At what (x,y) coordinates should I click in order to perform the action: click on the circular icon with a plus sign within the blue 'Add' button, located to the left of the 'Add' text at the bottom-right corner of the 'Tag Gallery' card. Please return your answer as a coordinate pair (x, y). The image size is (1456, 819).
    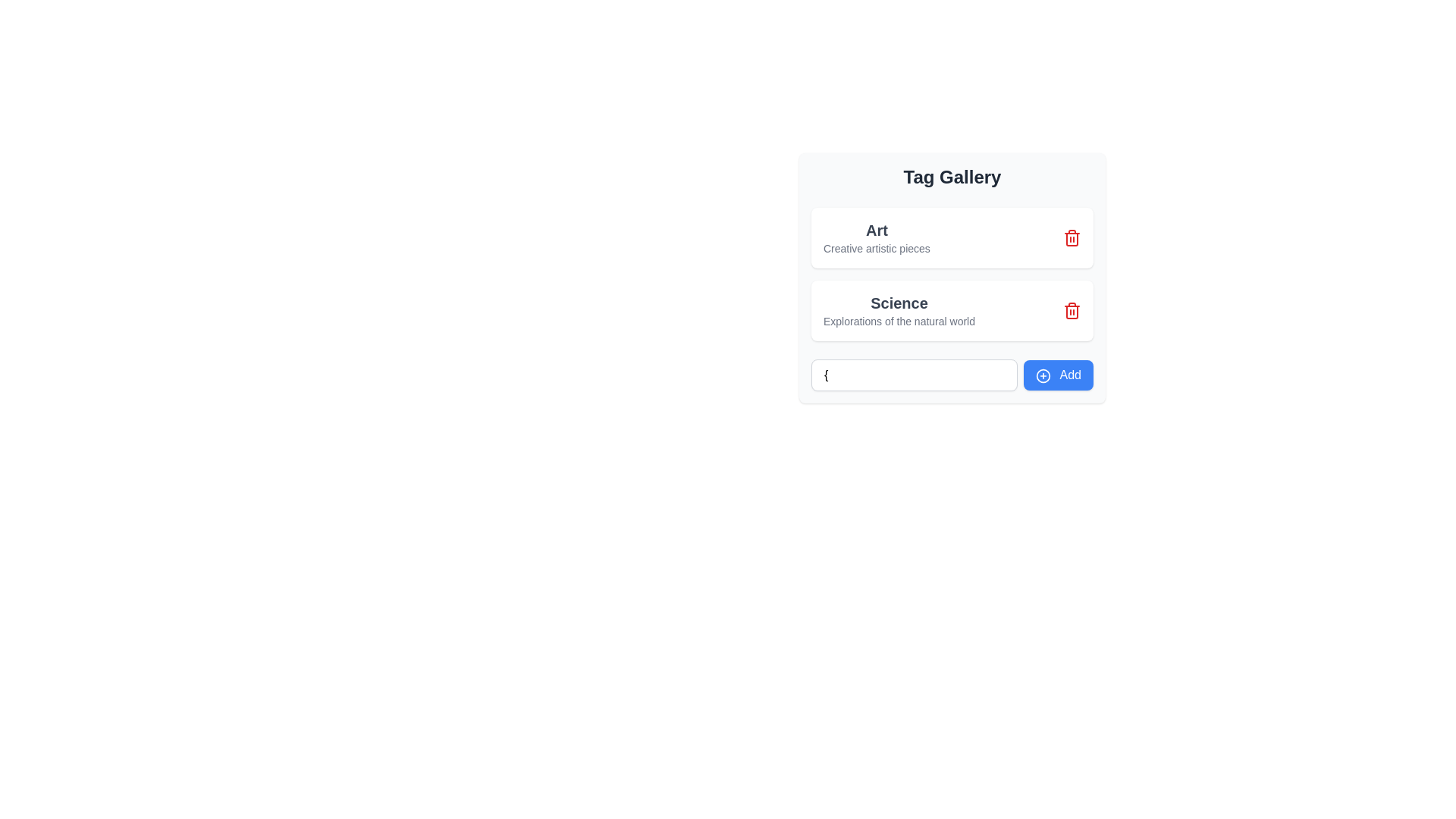
    Looking at the image, I should click on (1043, 375).